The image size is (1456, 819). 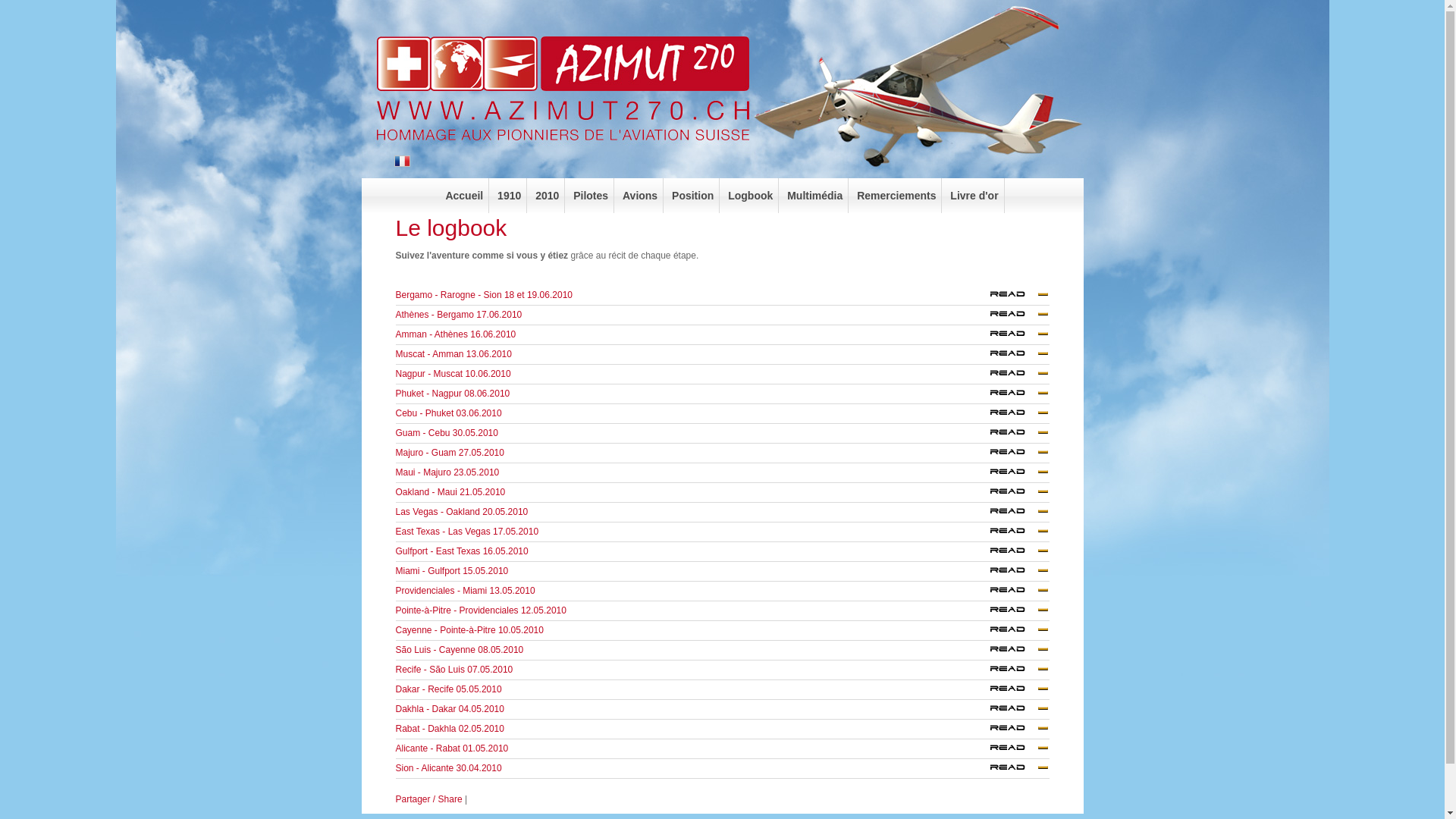 What do you see at coordinates (1015, 752) in the screenshot?
I see `'Alicante - Rabat 01.05.2010'` at bounding box center [1015, 752].